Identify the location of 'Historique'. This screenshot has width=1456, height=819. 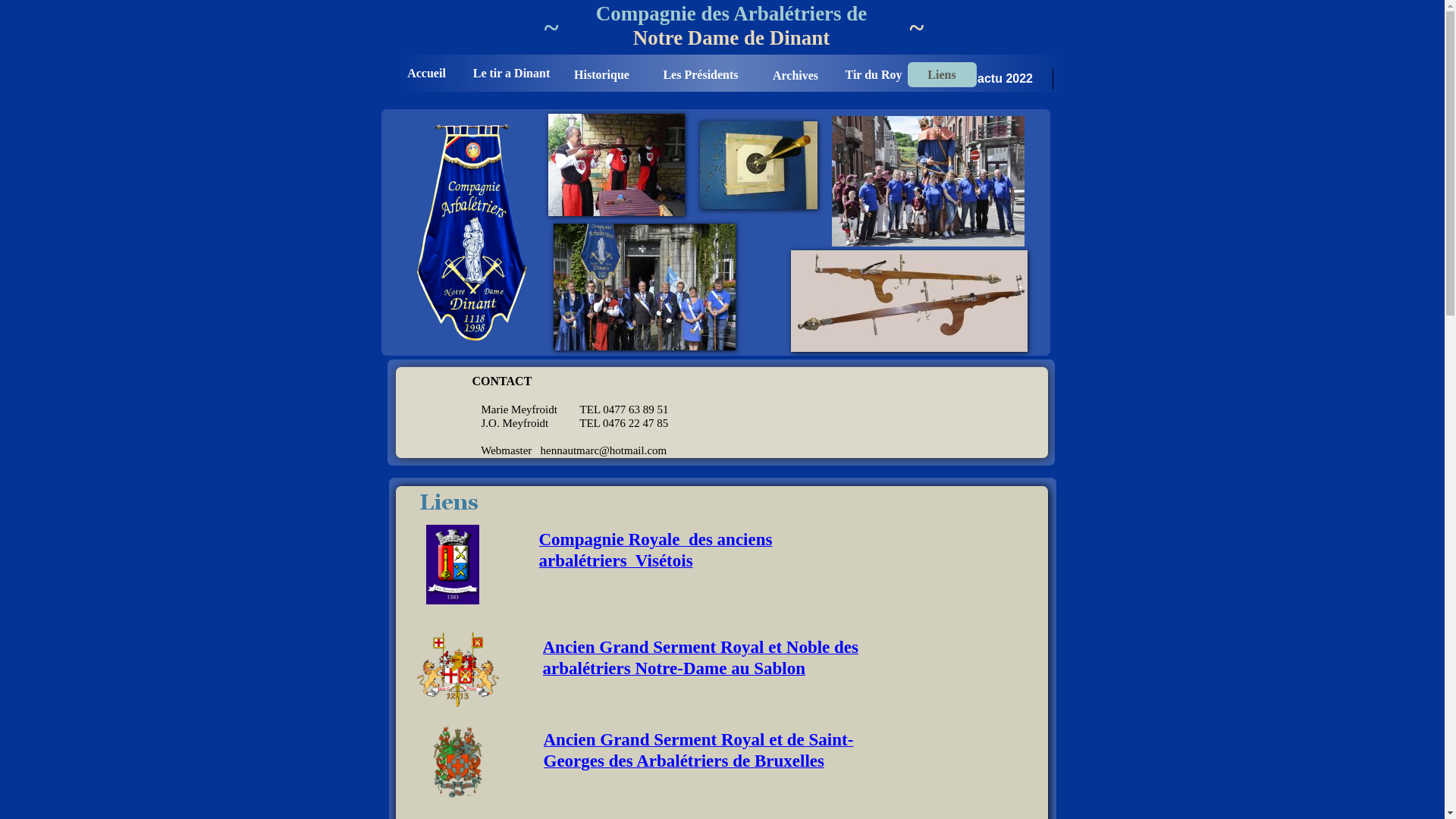
(601, 74).